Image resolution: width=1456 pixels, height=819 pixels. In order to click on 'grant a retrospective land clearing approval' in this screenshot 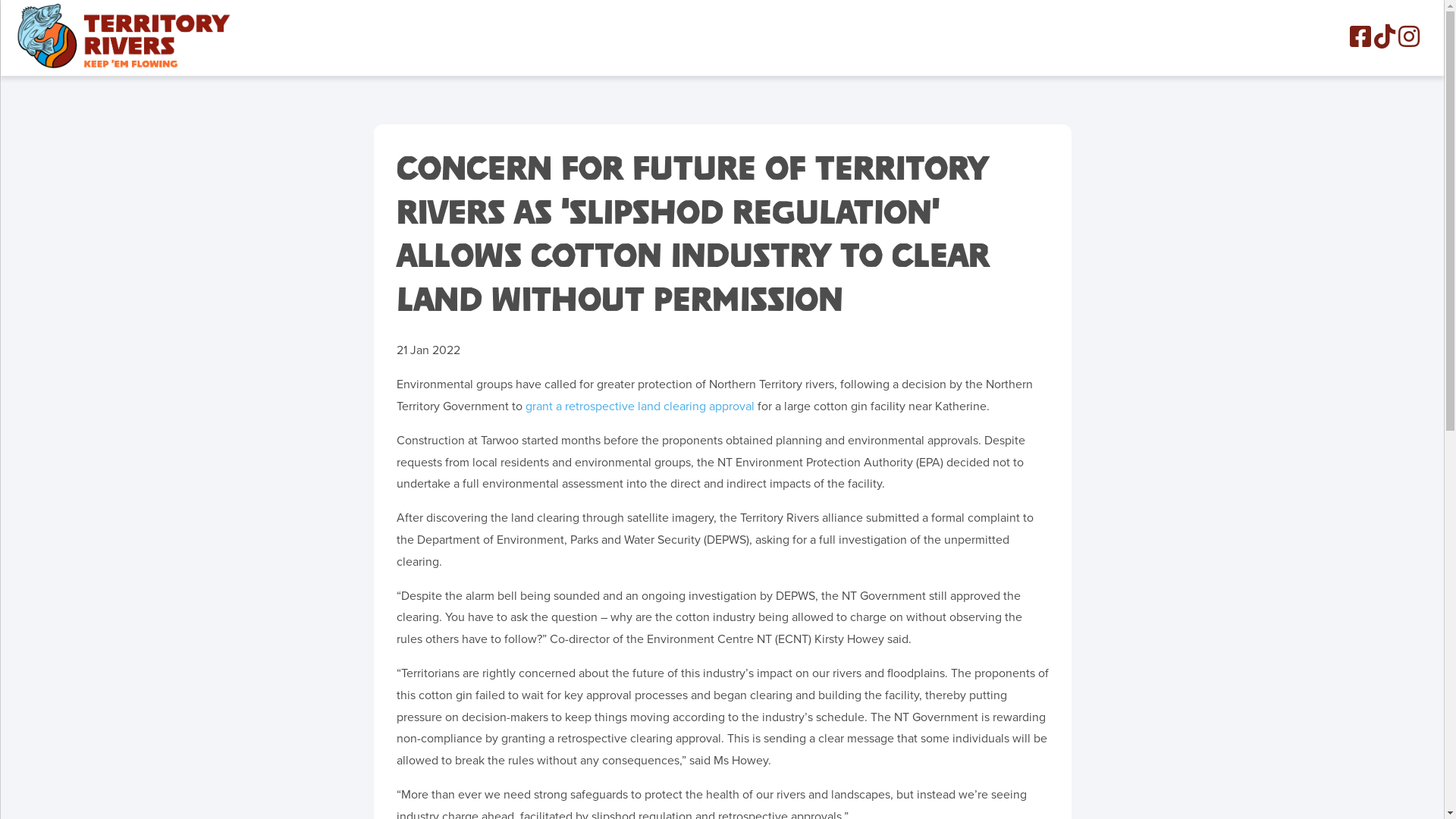, I will do `click(639, 406)`.